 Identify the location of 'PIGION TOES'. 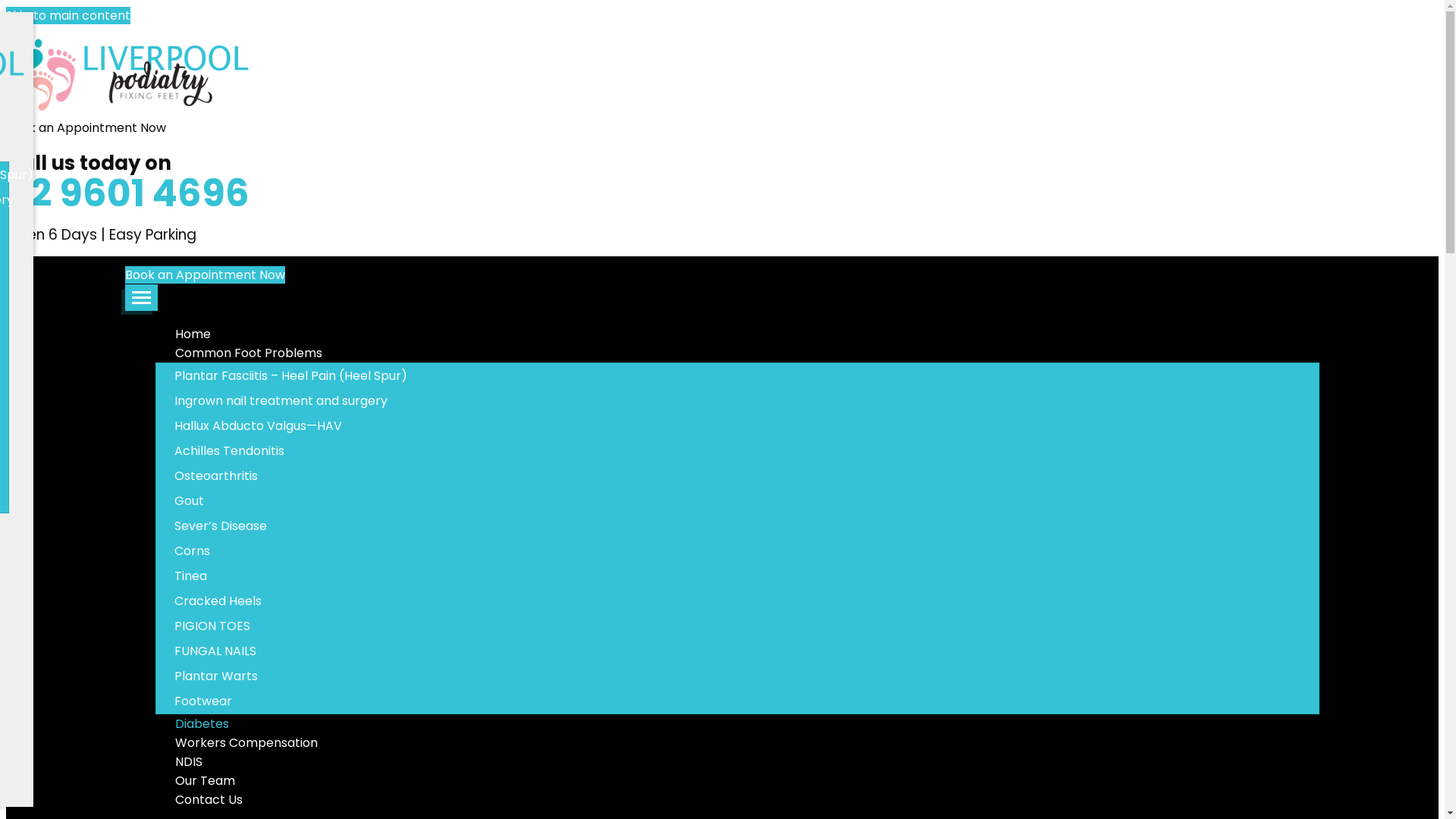
(156, 626).